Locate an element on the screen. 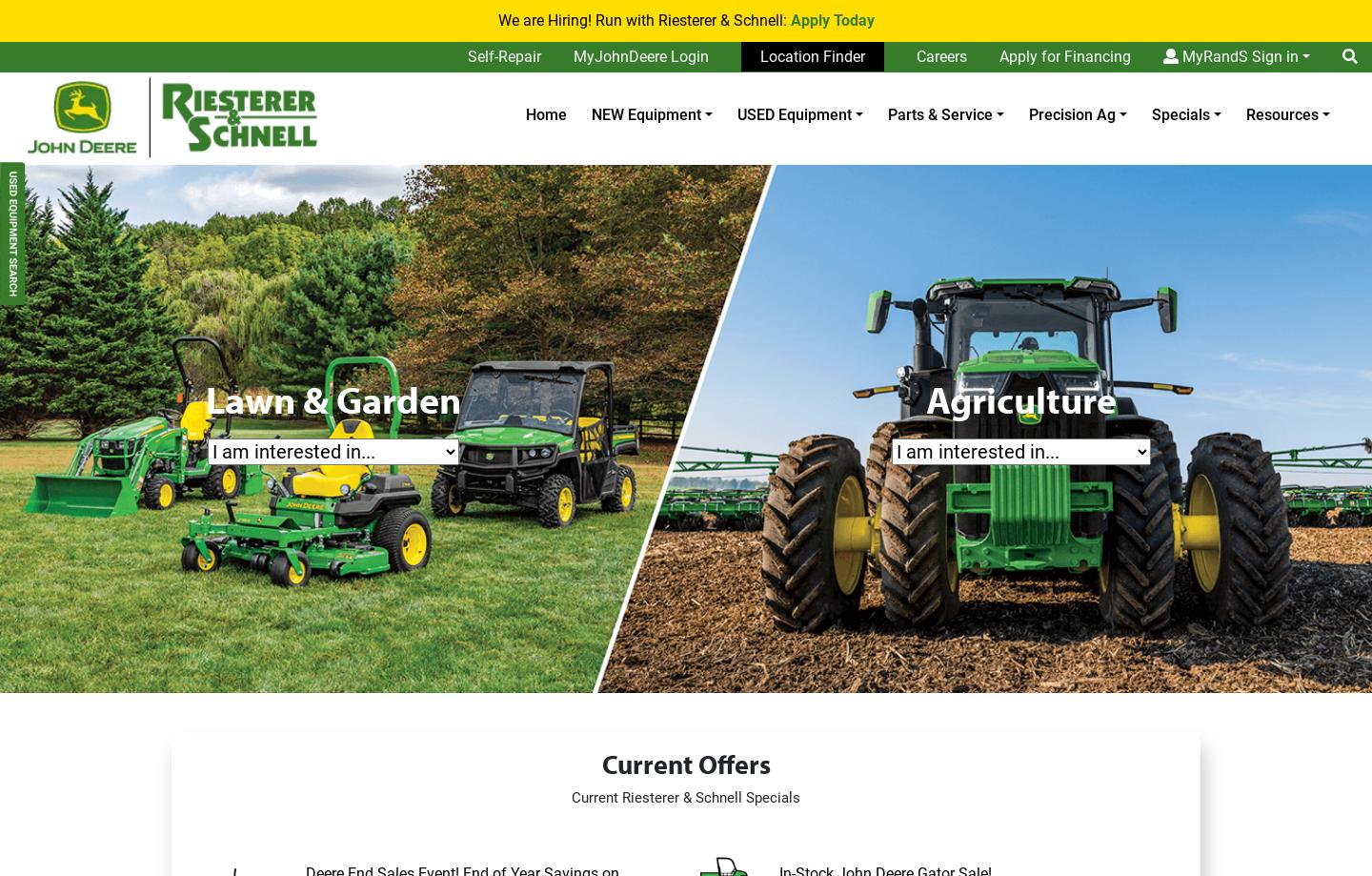  'Specials' is located at coordinates (1179, 113).